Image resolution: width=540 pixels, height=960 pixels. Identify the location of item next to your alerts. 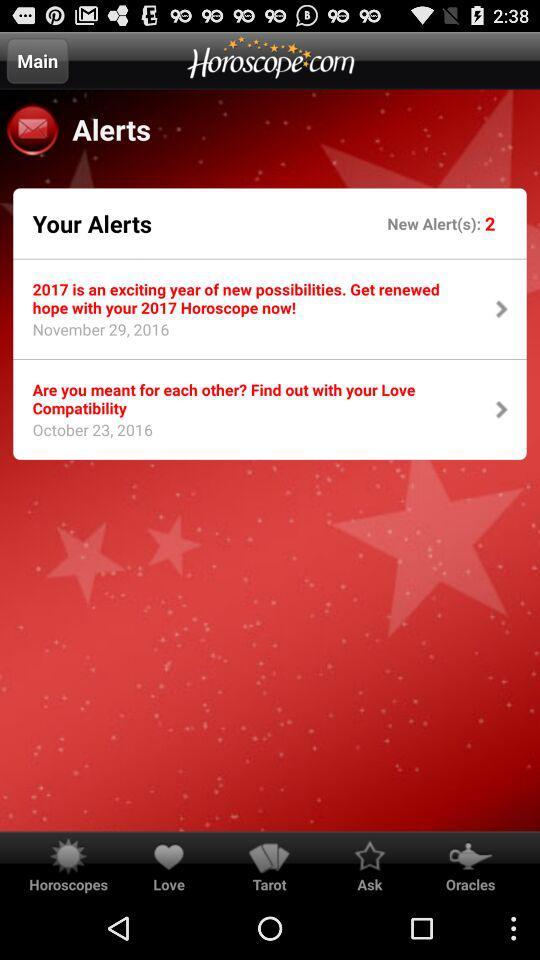
(435, 223).